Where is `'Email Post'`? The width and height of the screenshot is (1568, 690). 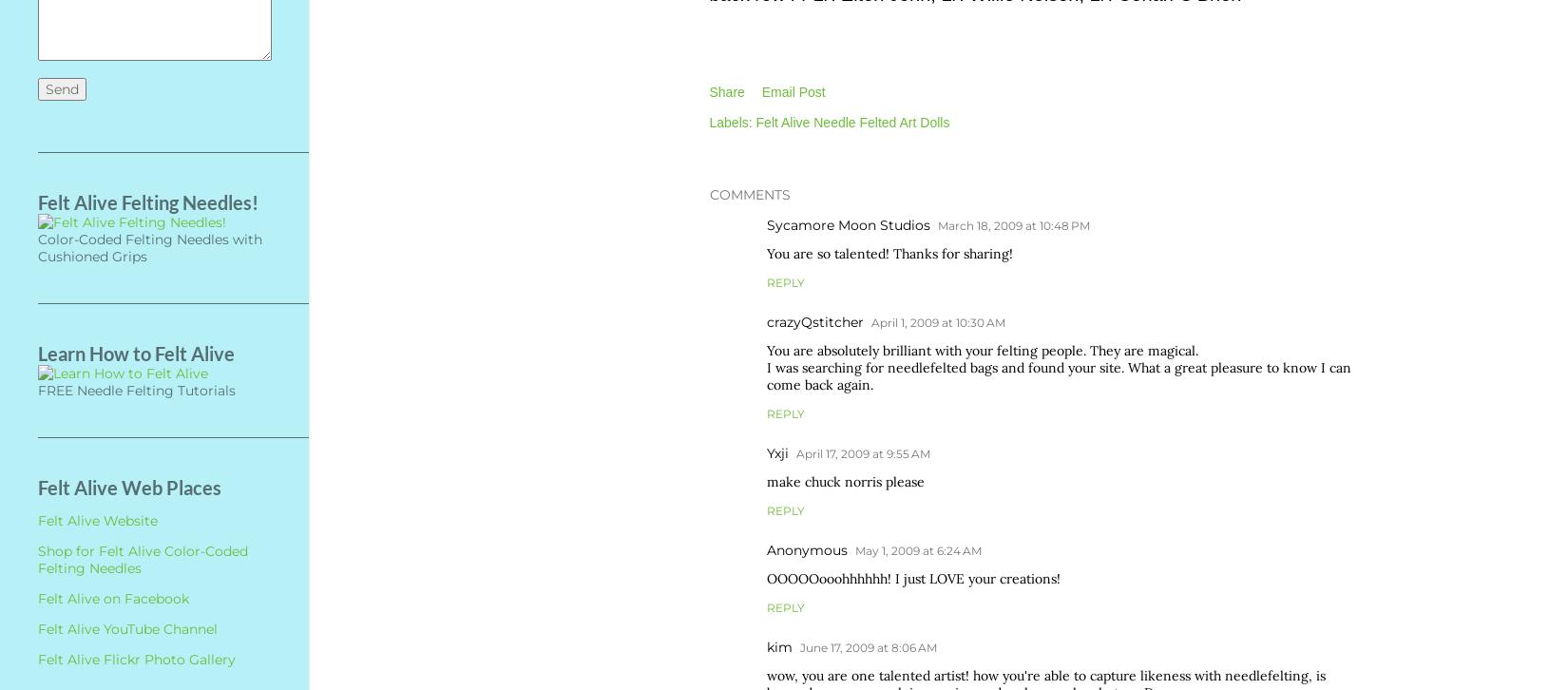
'Email Post' is located at coordinates (793, 91).